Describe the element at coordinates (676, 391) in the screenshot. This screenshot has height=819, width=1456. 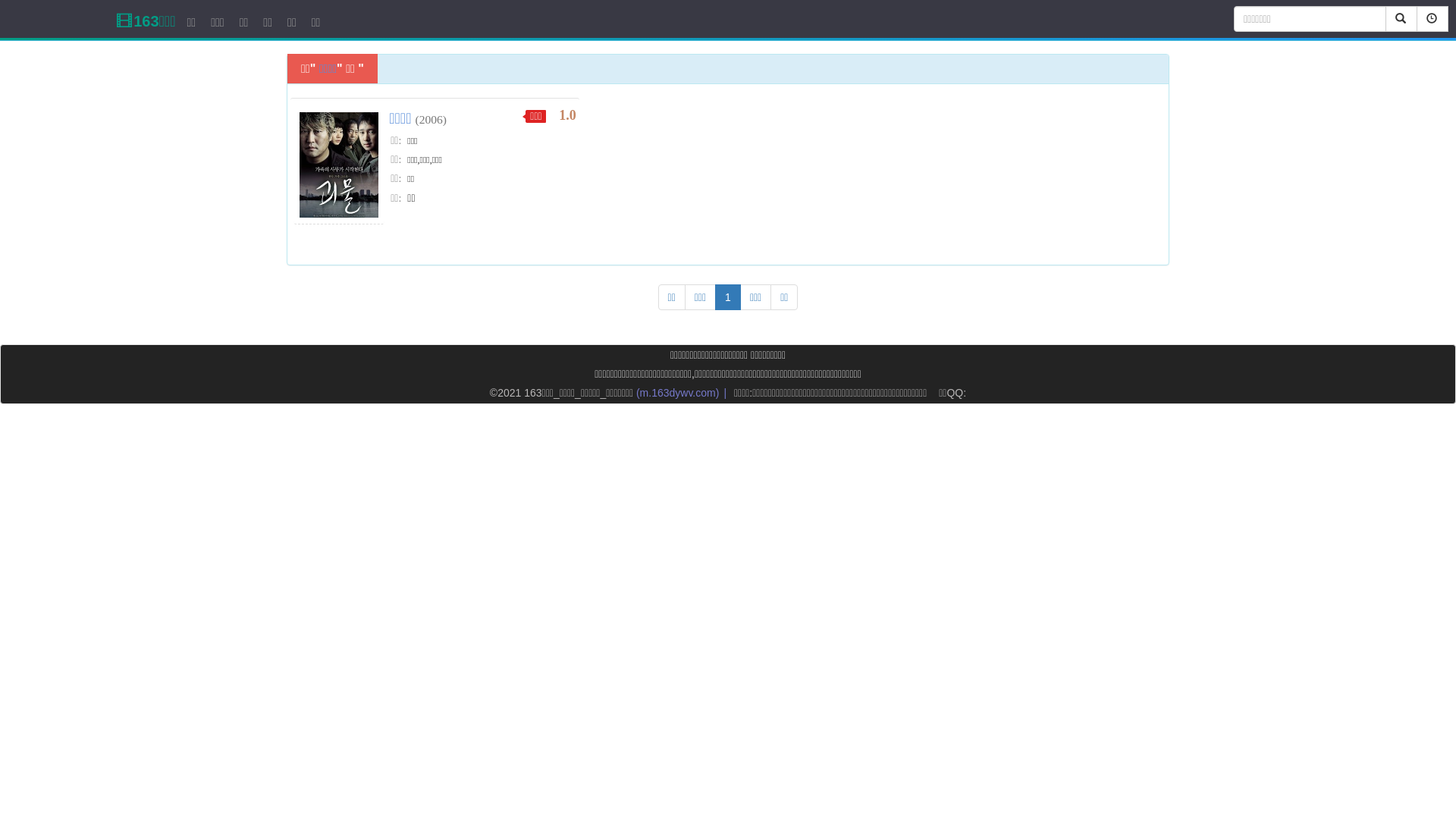
I see `'(m.163dywv.com)'` at that location.